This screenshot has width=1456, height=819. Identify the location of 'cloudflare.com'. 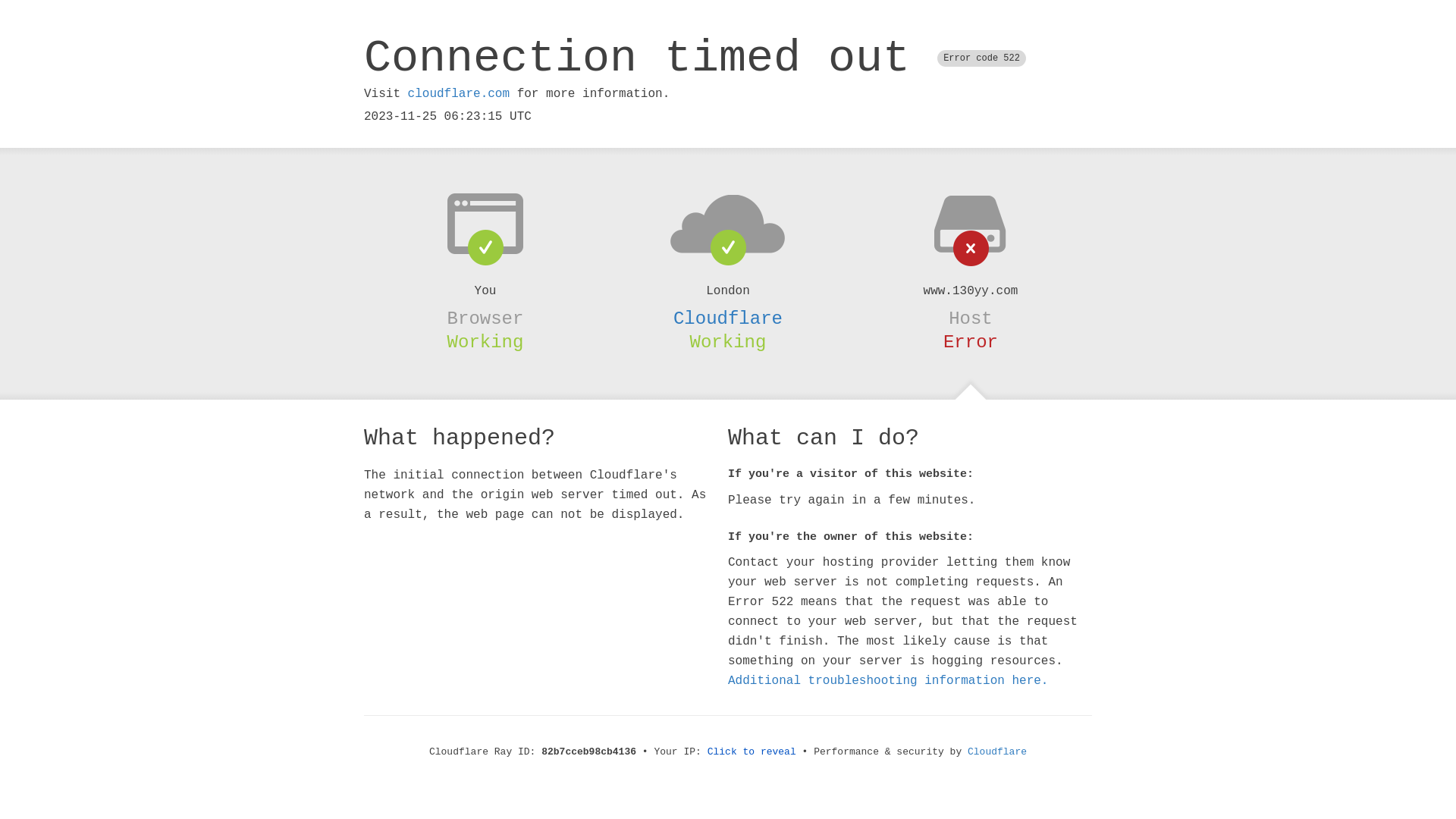
(457, 93).